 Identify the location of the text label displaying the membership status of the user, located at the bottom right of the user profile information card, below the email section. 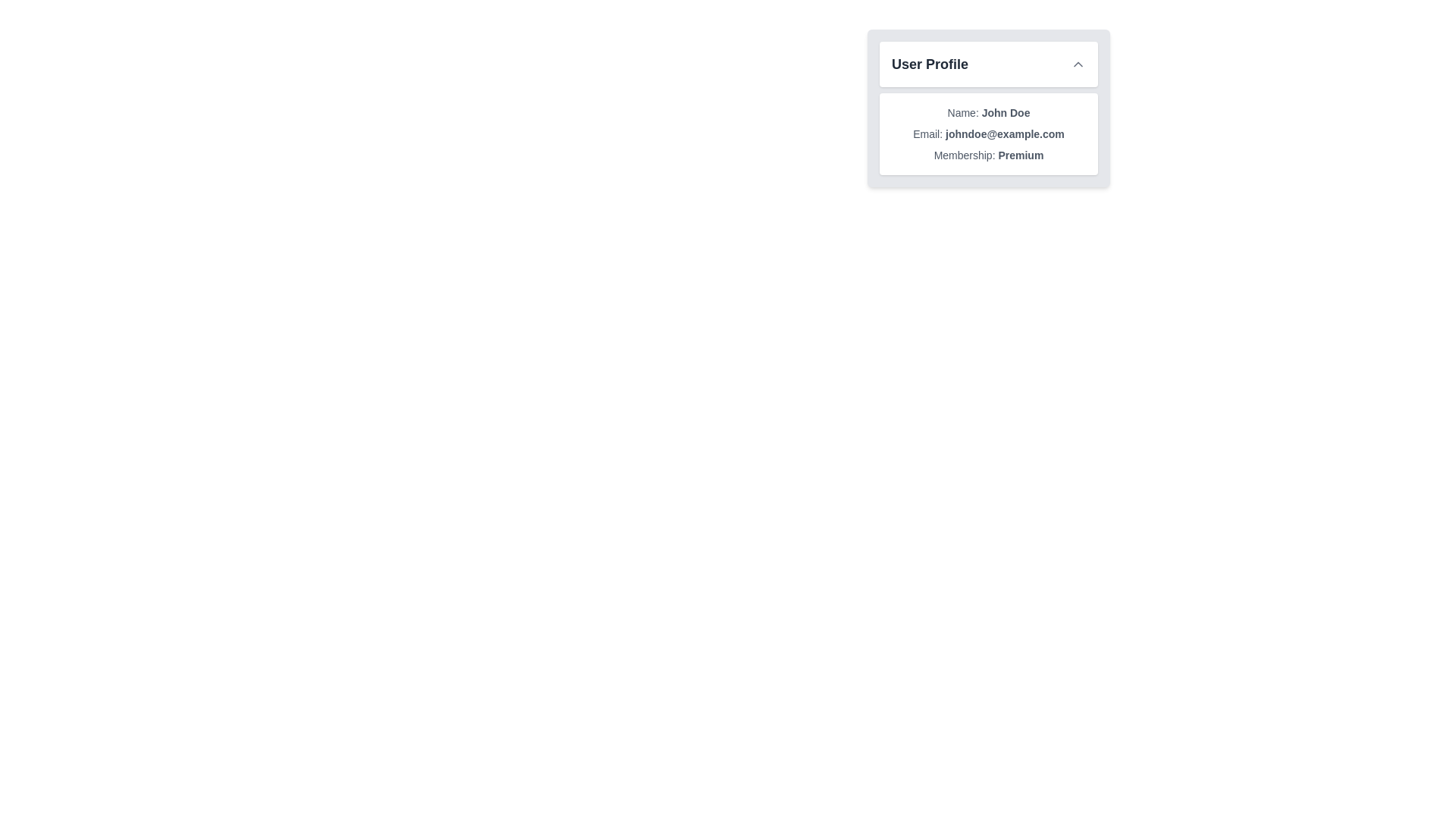
(989, 155).